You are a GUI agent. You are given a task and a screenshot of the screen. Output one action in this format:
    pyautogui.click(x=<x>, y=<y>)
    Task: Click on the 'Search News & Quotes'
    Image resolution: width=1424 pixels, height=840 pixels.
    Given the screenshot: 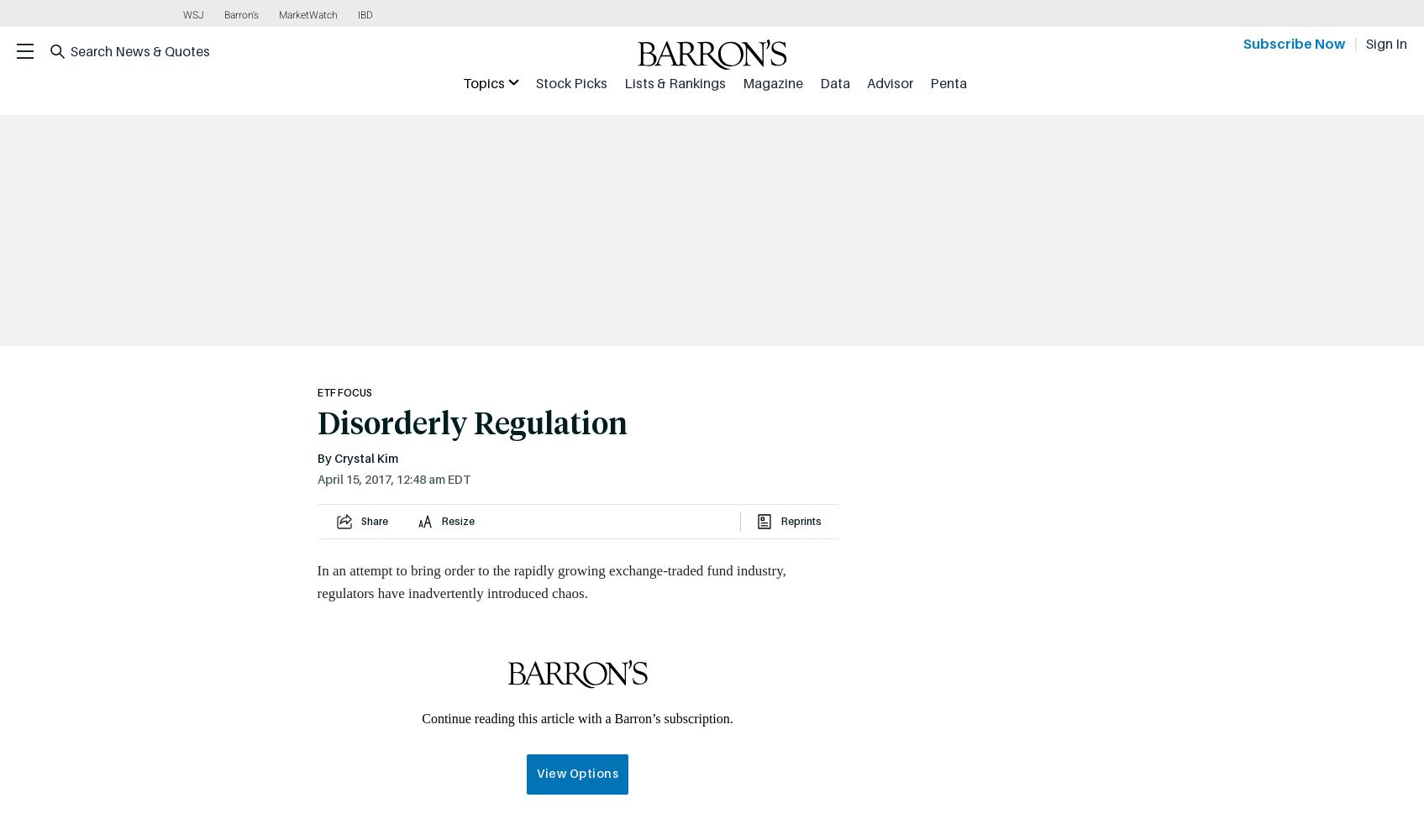 What is the action you would take?
    pyautogui.click(x=70, y=51)
    